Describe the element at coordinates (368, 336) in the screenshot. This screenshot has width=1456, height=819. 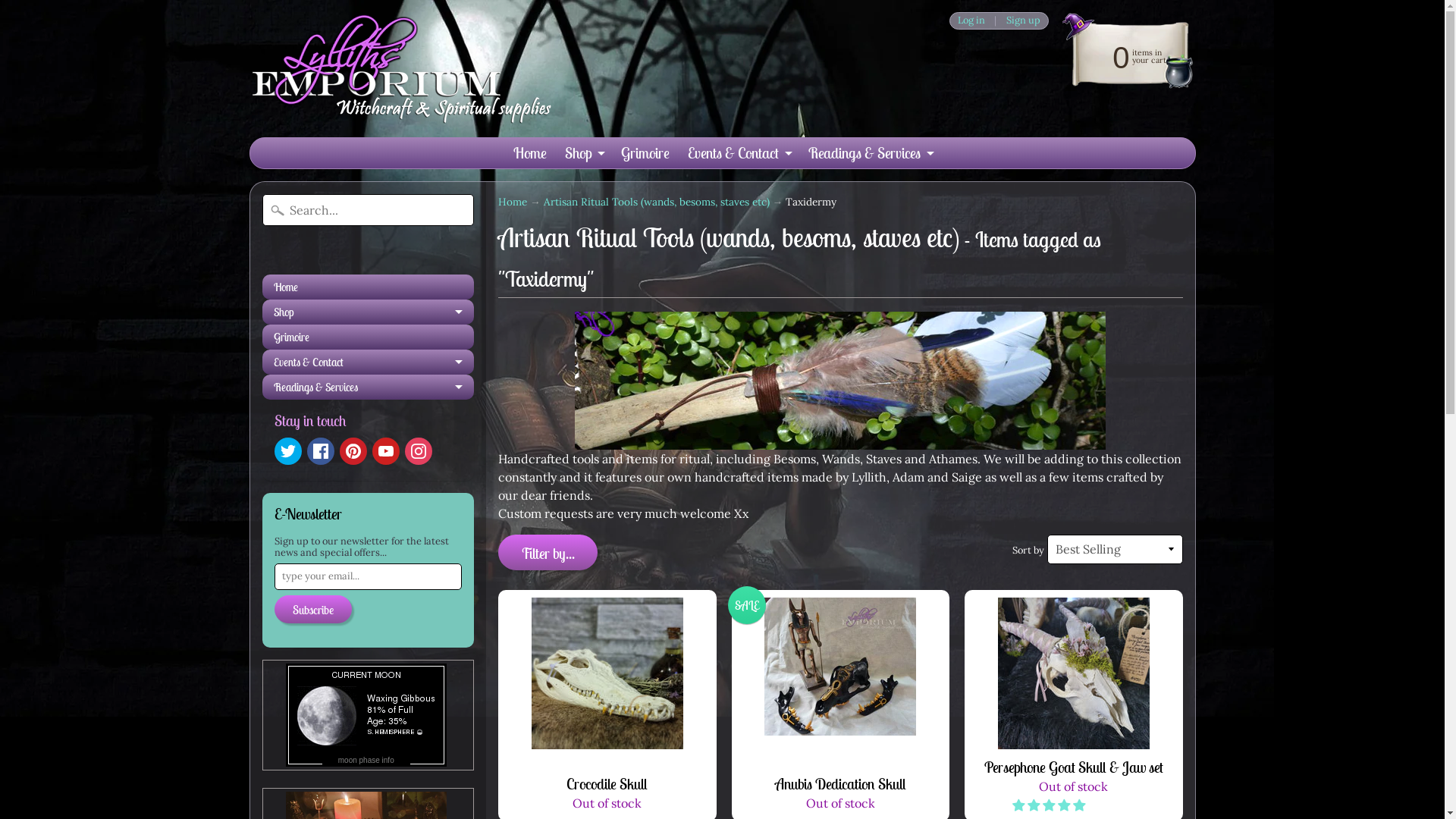
I see `'Grimoire'` at that location.